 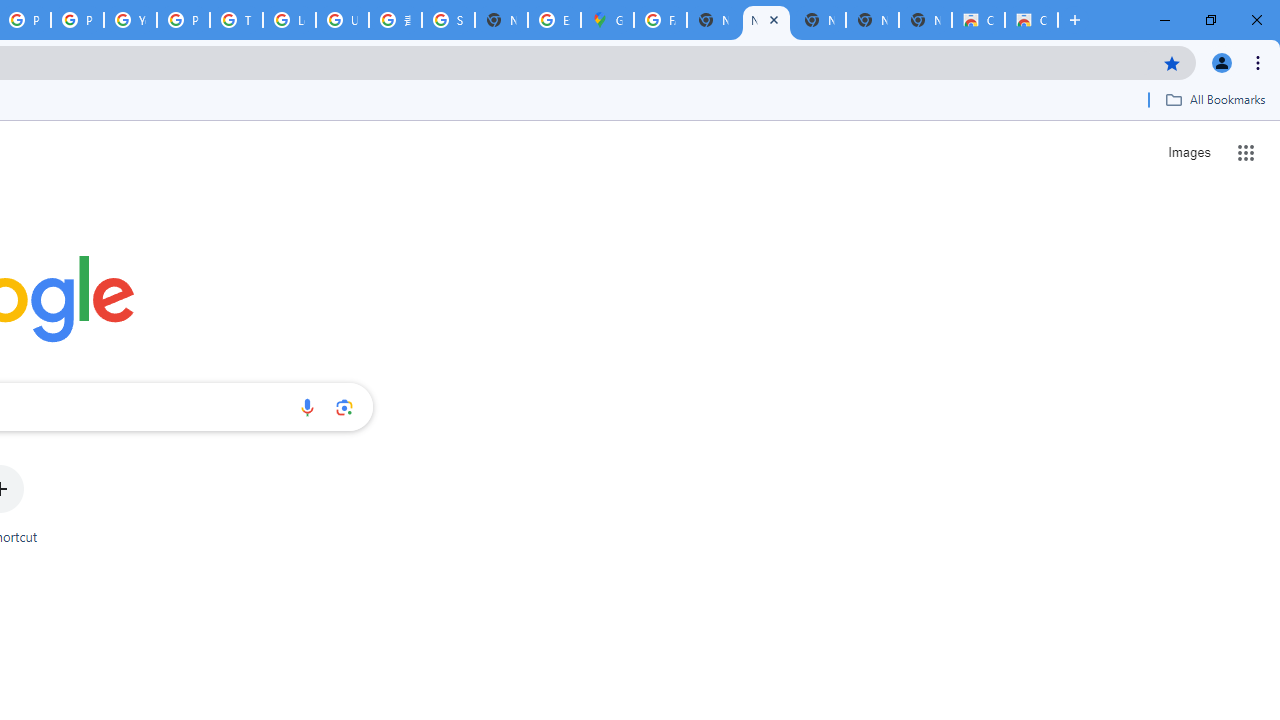 I want to click on 'Classic Blue - Chrome Web Store', so click(x=1031, y=20).